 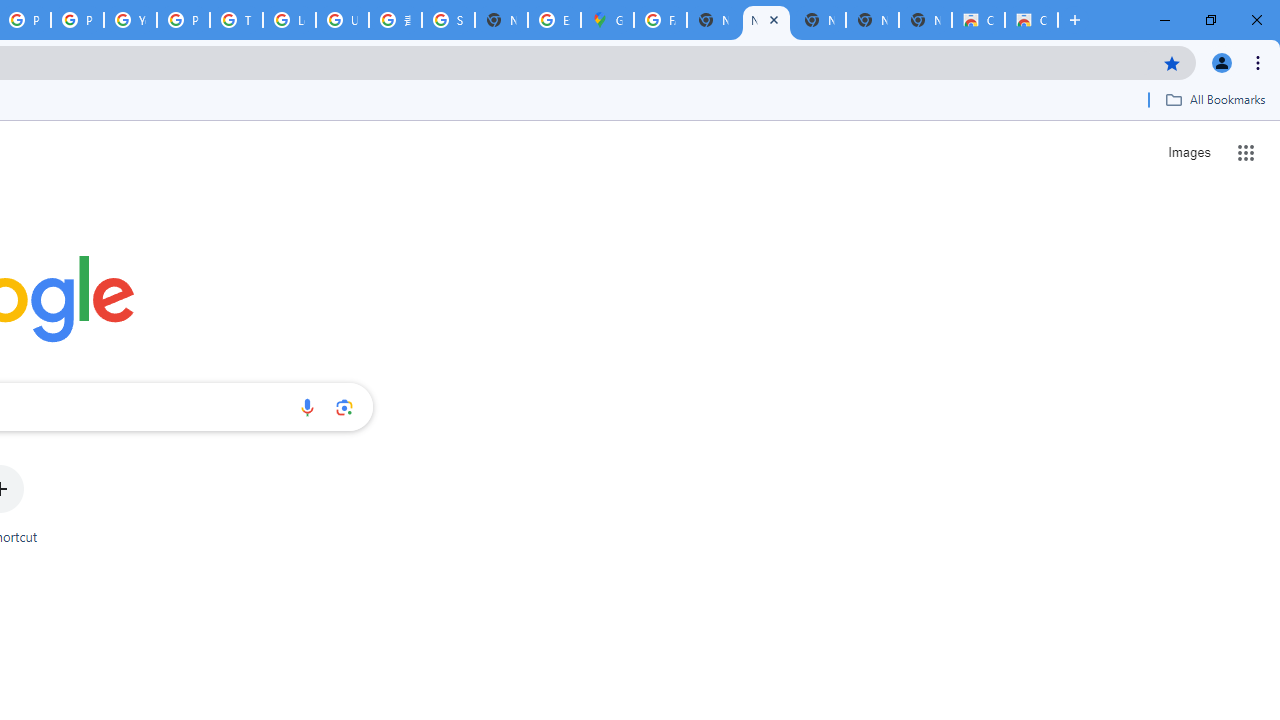 I want to click on 'Classic Blue - Chrome Web Store', so click(x=1031, y=20).